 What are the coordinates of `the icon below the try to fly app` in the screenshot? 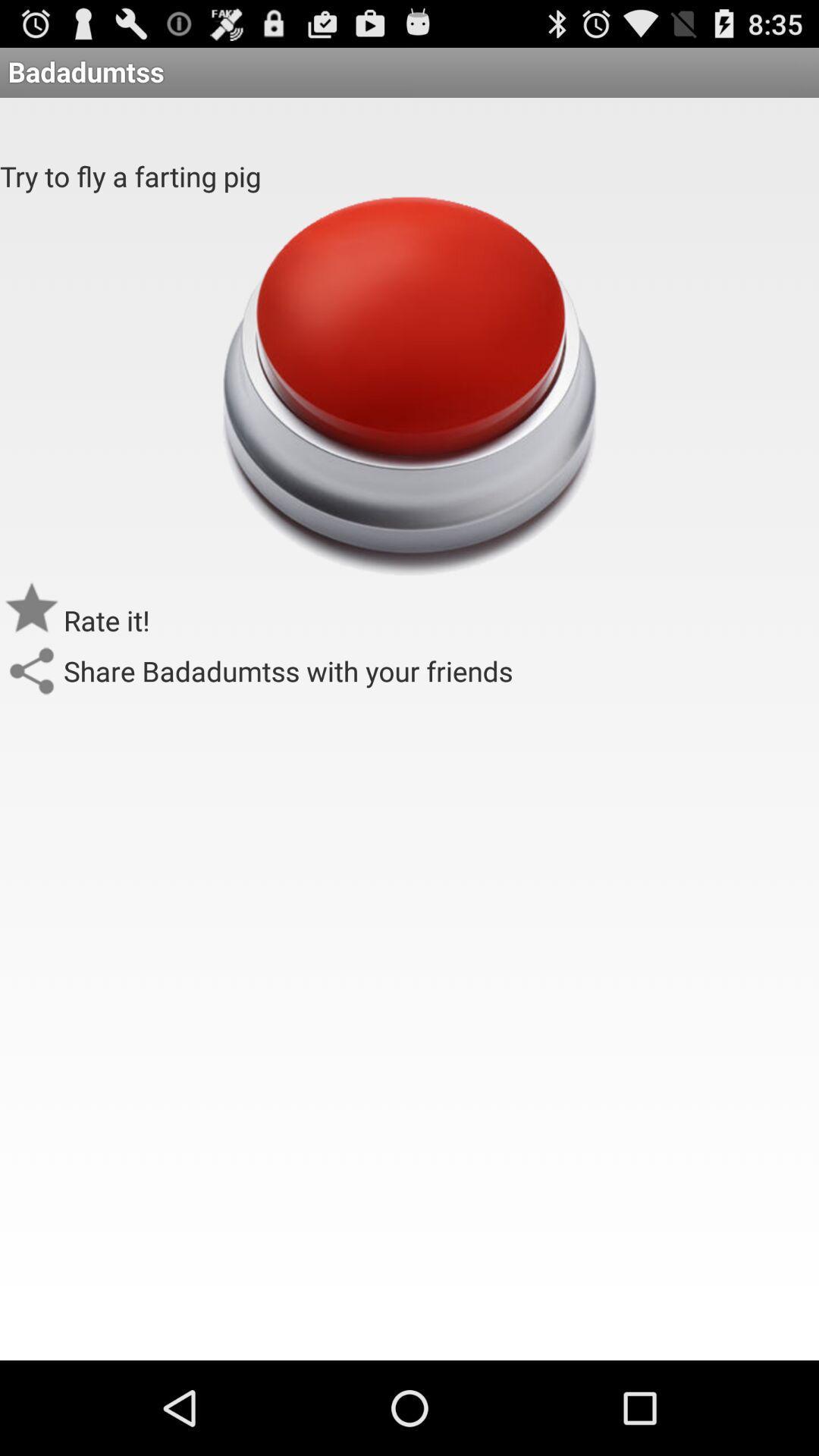 It's located at (408, 385).